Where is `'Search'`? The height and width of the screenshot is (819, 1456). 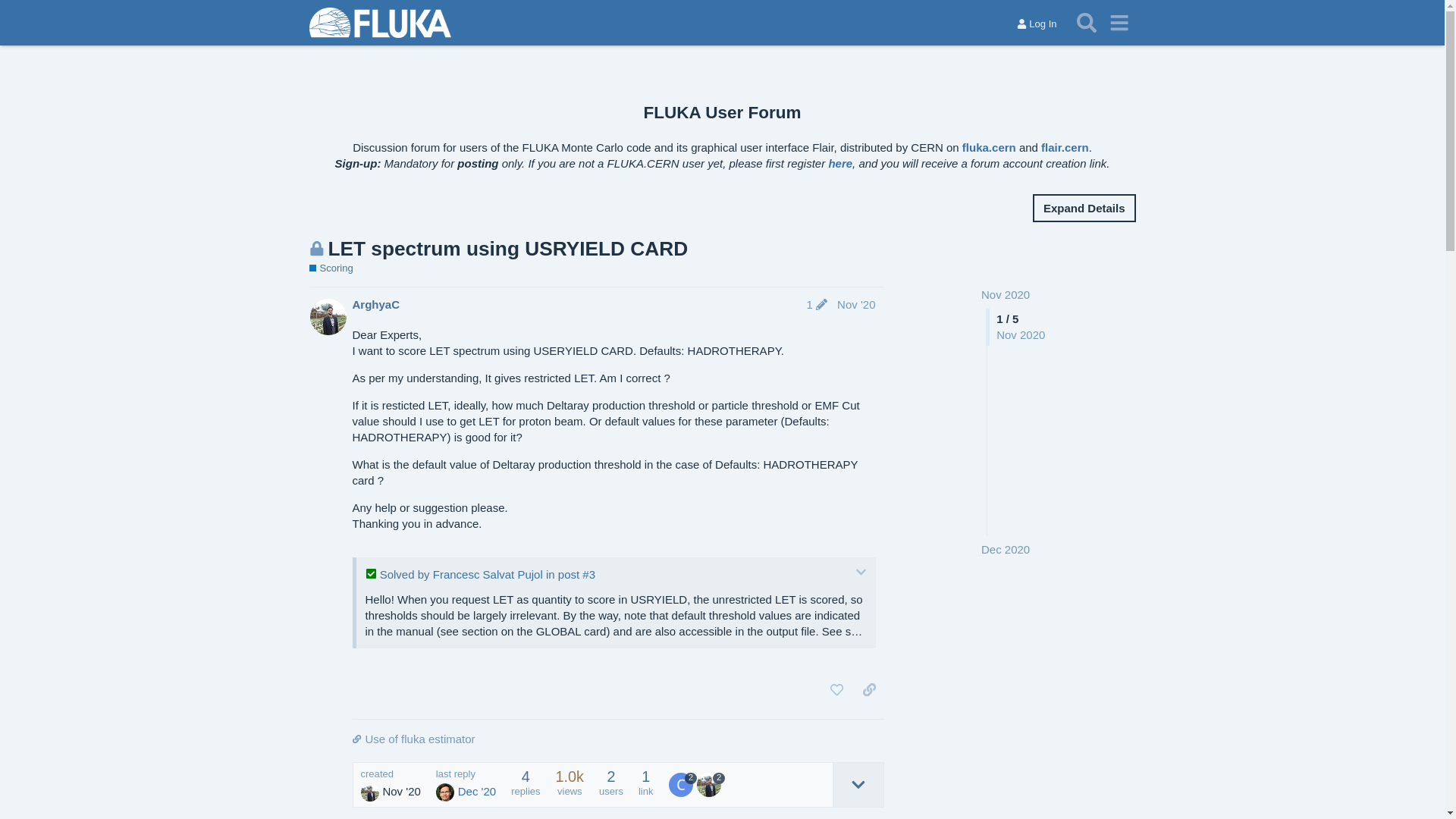 'Search' is located at coordinates (1069, 23).